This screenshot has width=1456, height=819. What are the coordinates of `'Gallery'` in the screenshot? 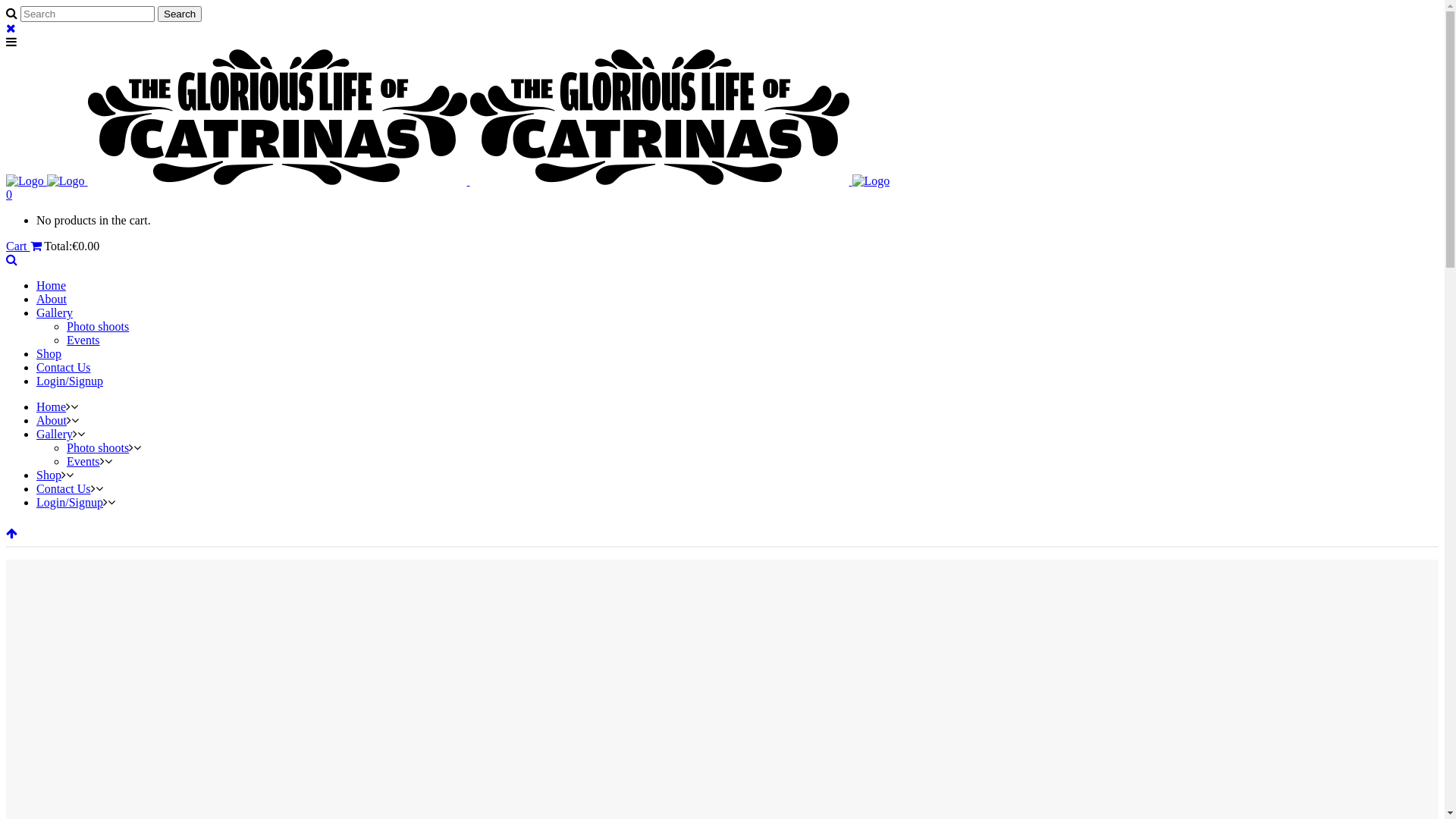 It's located at (55, 434).